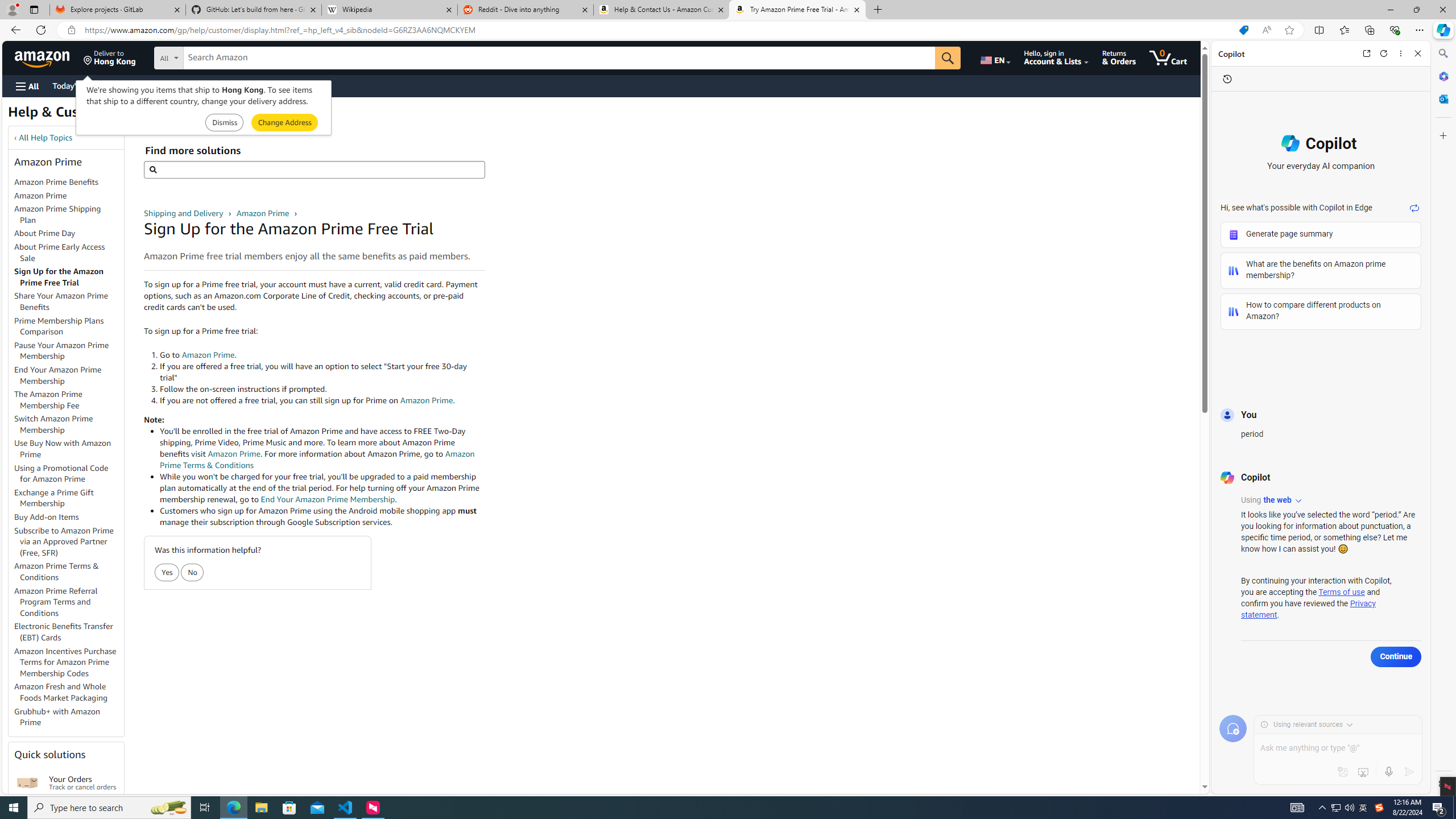 The width and height of the screenshot is (1456, 819). Describe the element at coordinates (45, 137) in the screenshot. I see `'All Help Topics'` at that location.